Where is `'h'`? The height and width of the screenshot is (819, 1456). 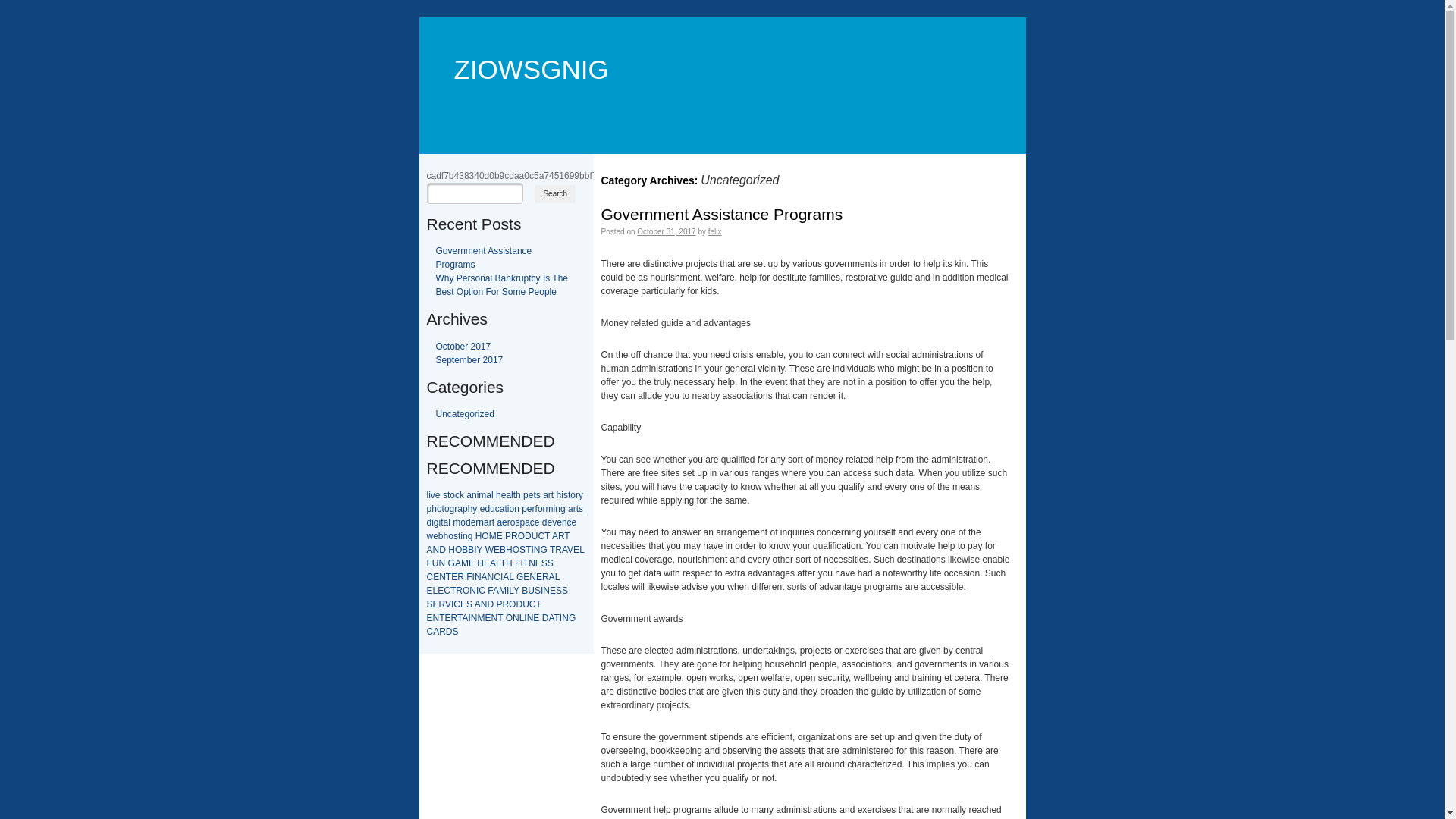
'h' is located at coordinates (498, 494).